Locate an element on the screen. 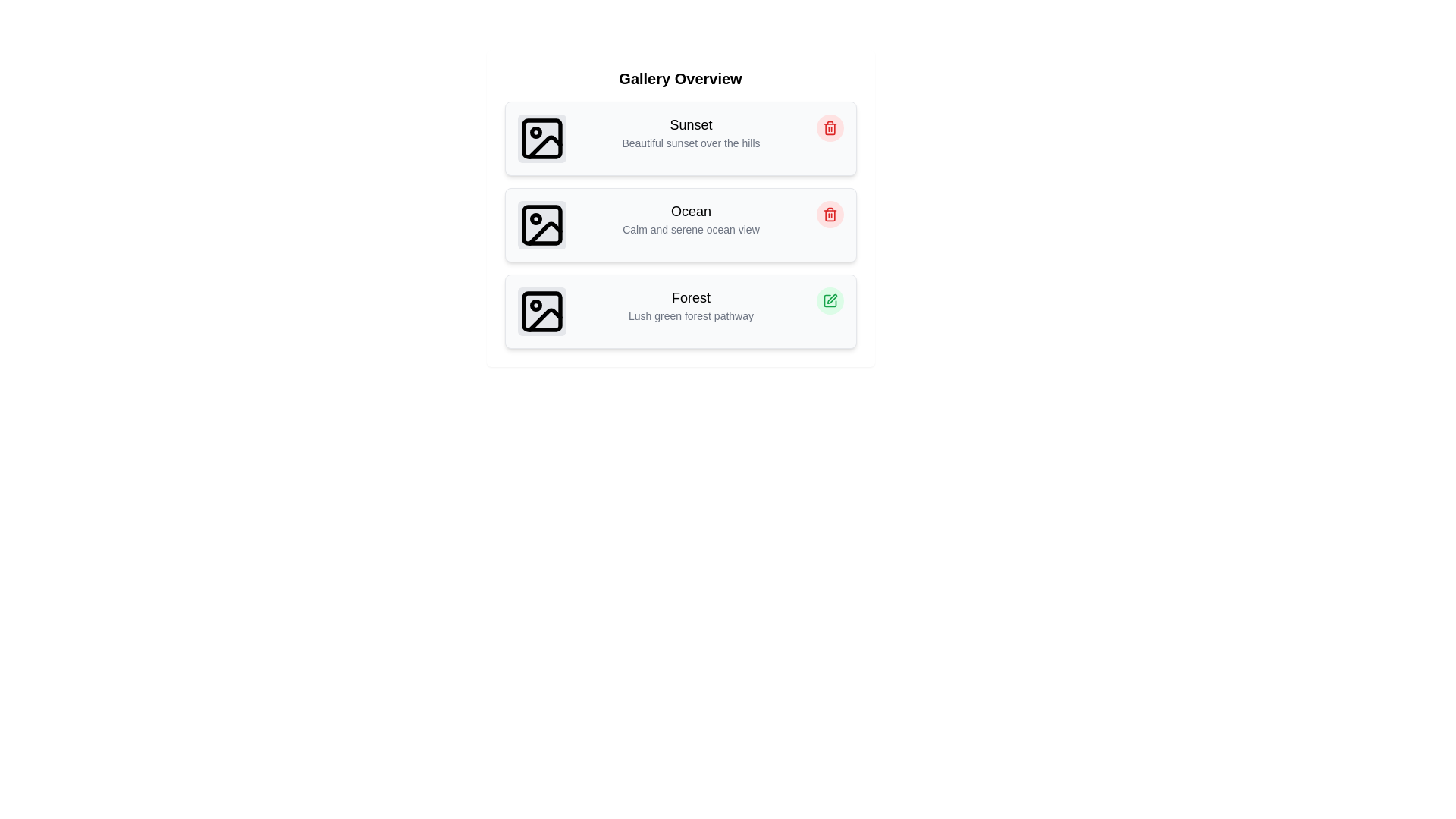 The width and height of the screenshot is (1456, 819). the state indicator of the item Ocean is located at coordinates (829, 214).